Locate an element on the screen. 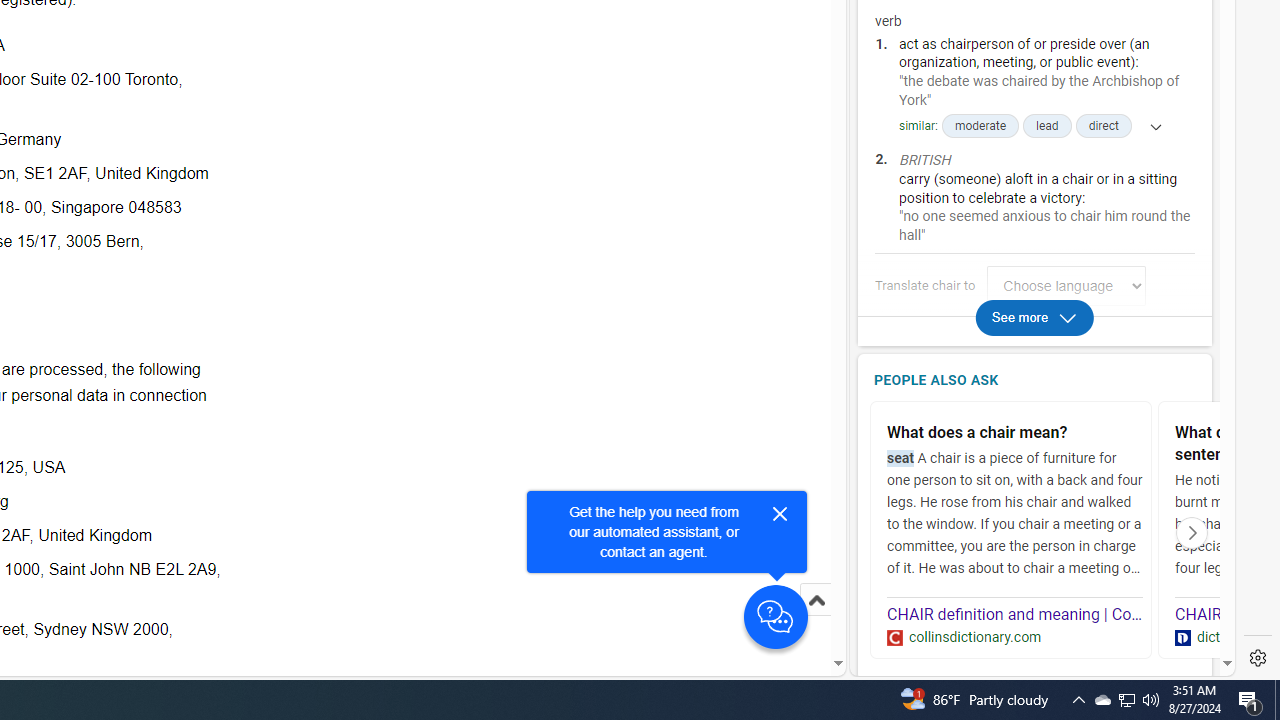 The width and height of the screenshot is (1280, 720). 'Translate chair to Choose language' is located at coordinates (1065, 286).